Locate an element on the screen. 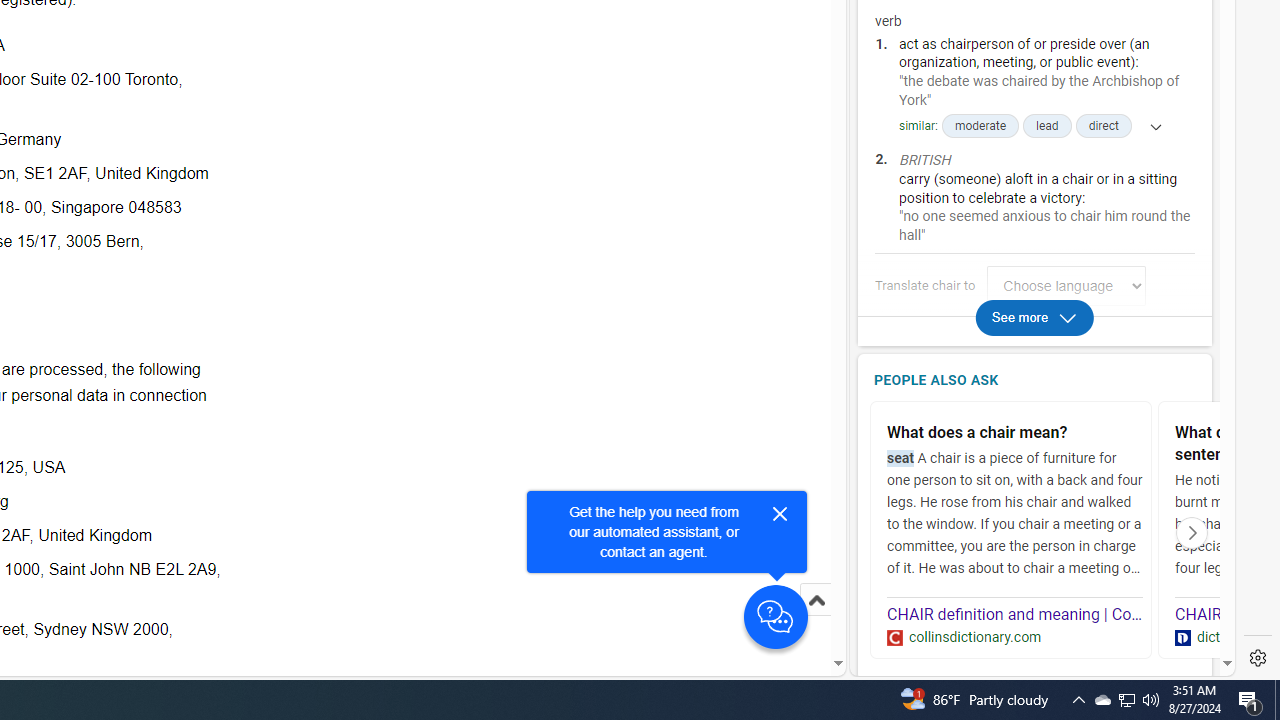 The width and height of the screenshot is (1280, 720). 'Translate chair to Choose language' is located at coordinates (1065, 286).